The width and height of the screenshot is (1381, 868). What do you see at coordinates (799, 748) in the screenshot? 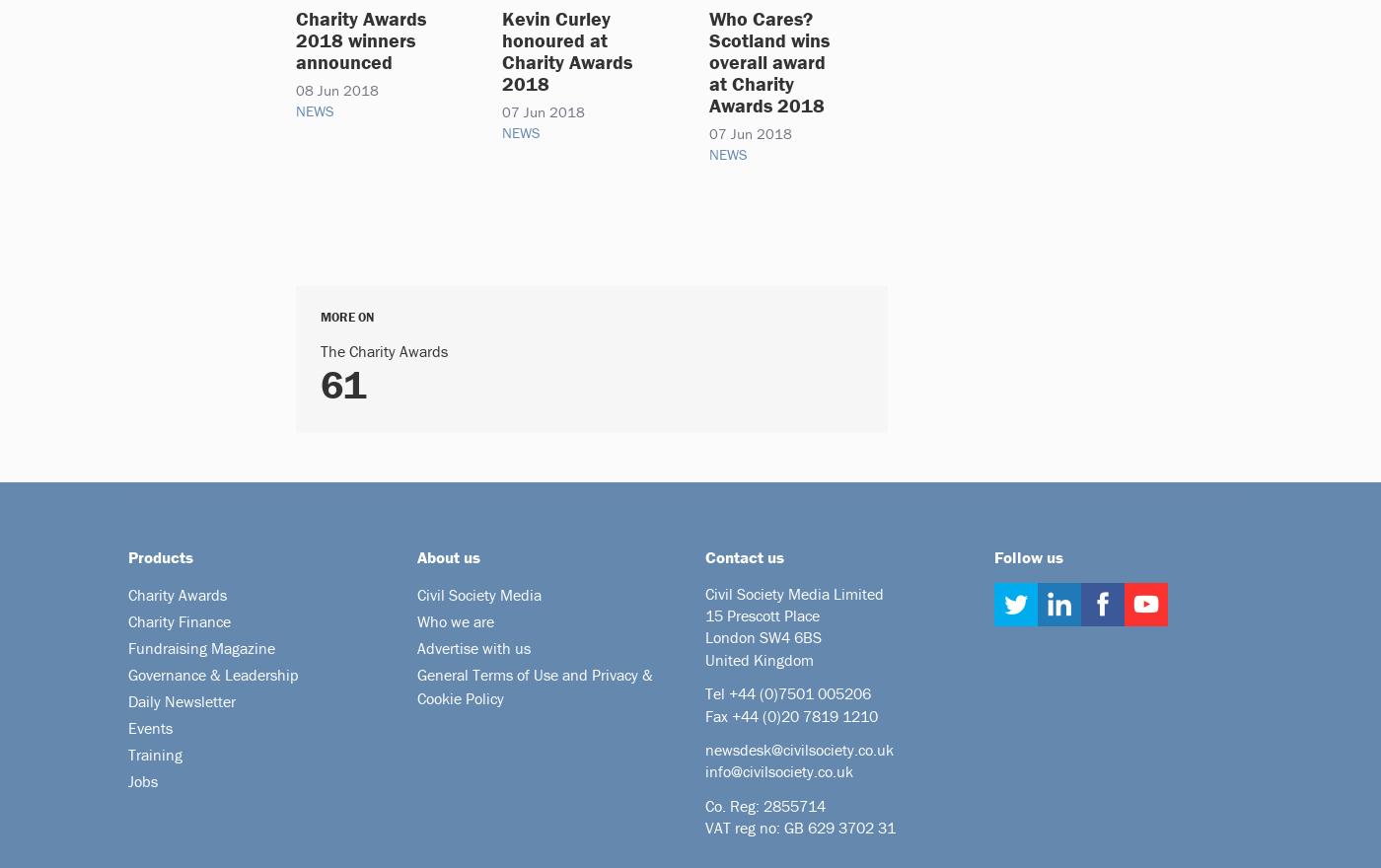
I see `'newsdesk@civilsociety.co.uk'` at bounding box center [799, 748].